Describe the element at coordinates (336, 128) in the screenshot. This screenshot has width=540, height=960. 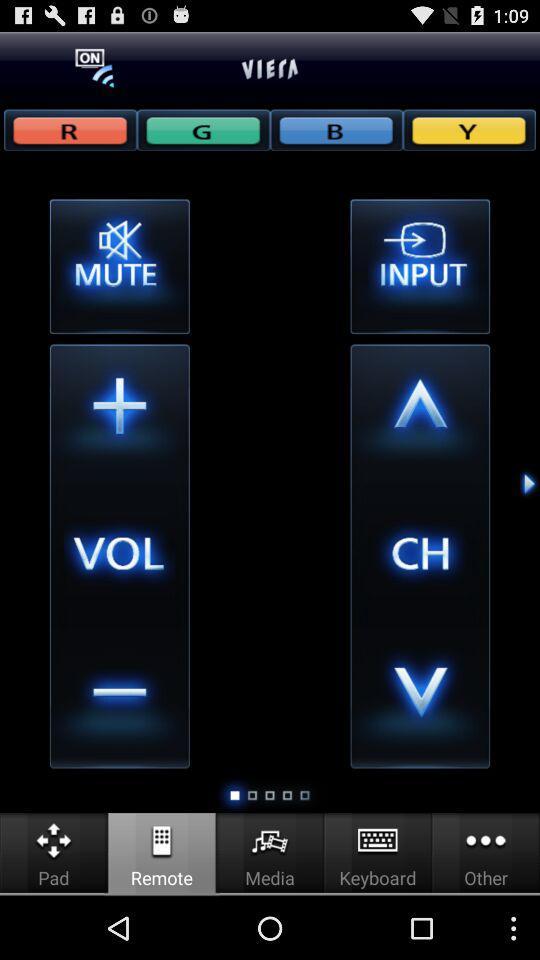
I see `b` at that location.